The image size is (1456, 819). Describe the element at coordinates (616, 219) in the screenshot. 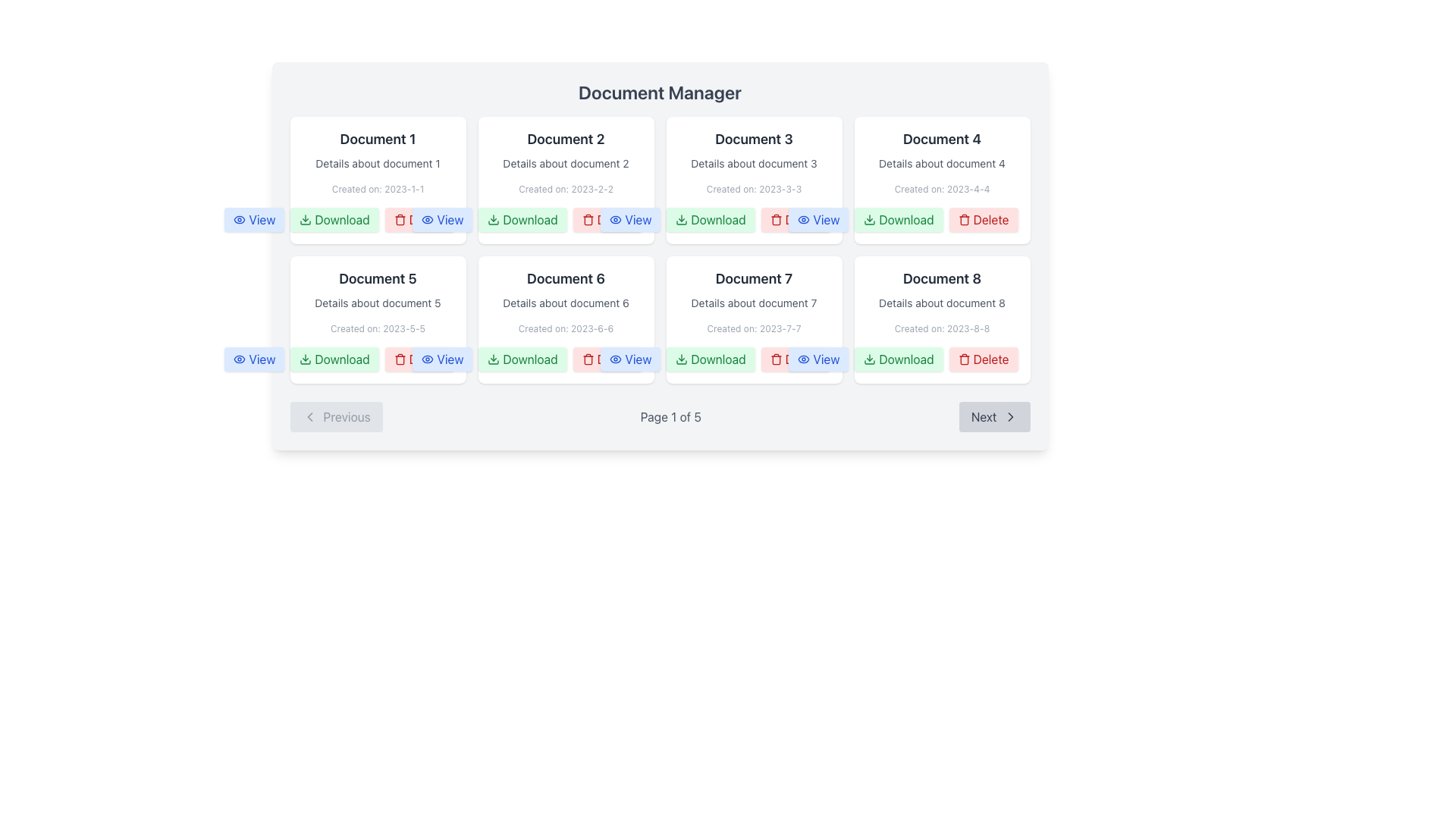

I see `the icon representing the action of viewing or opening the document associated with the 'View' button in the grid cell for 'Document 2.'` at that location.